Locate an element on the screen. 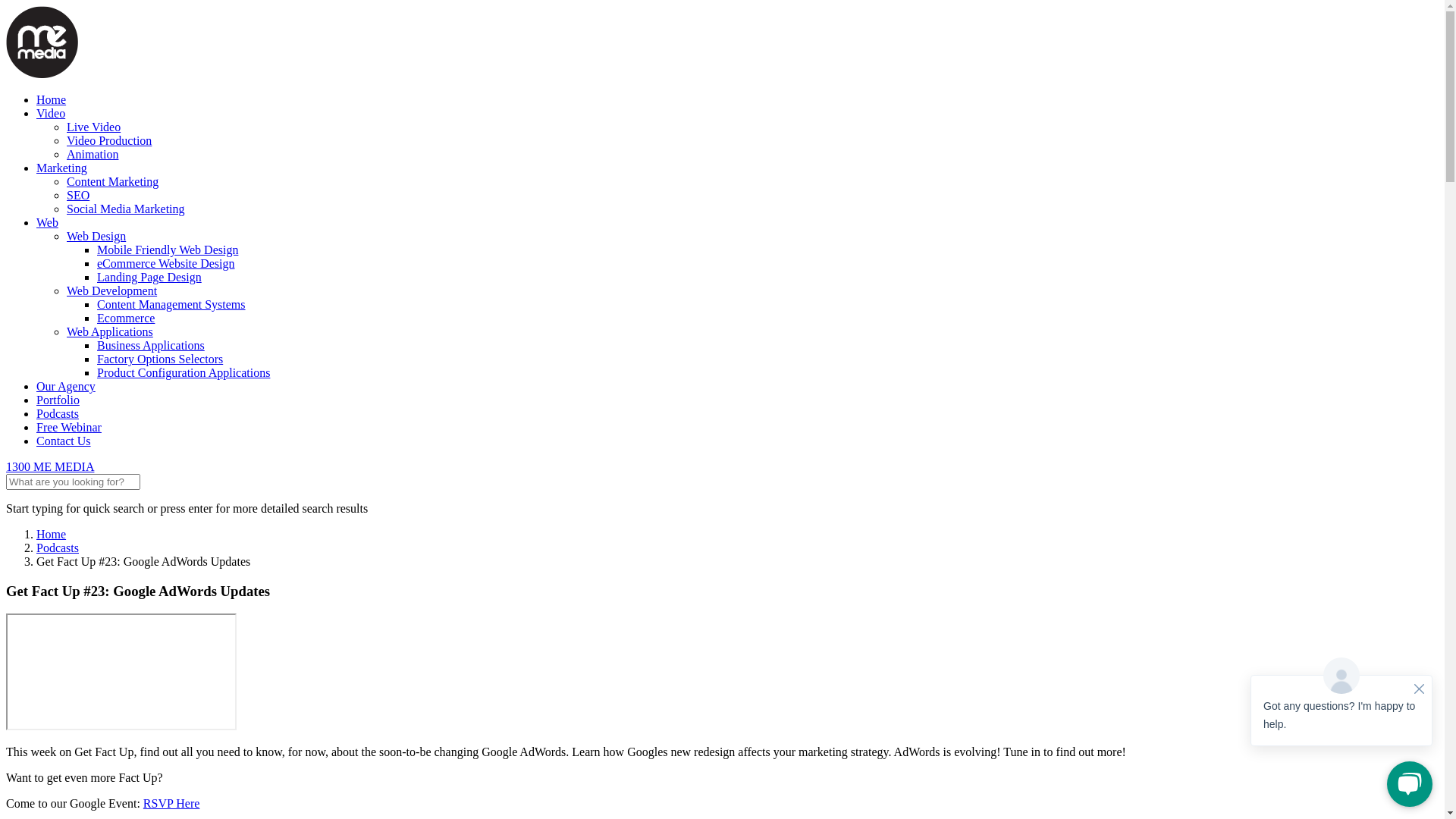  'Social Media Marketing' is located at coordinates (126, 209).